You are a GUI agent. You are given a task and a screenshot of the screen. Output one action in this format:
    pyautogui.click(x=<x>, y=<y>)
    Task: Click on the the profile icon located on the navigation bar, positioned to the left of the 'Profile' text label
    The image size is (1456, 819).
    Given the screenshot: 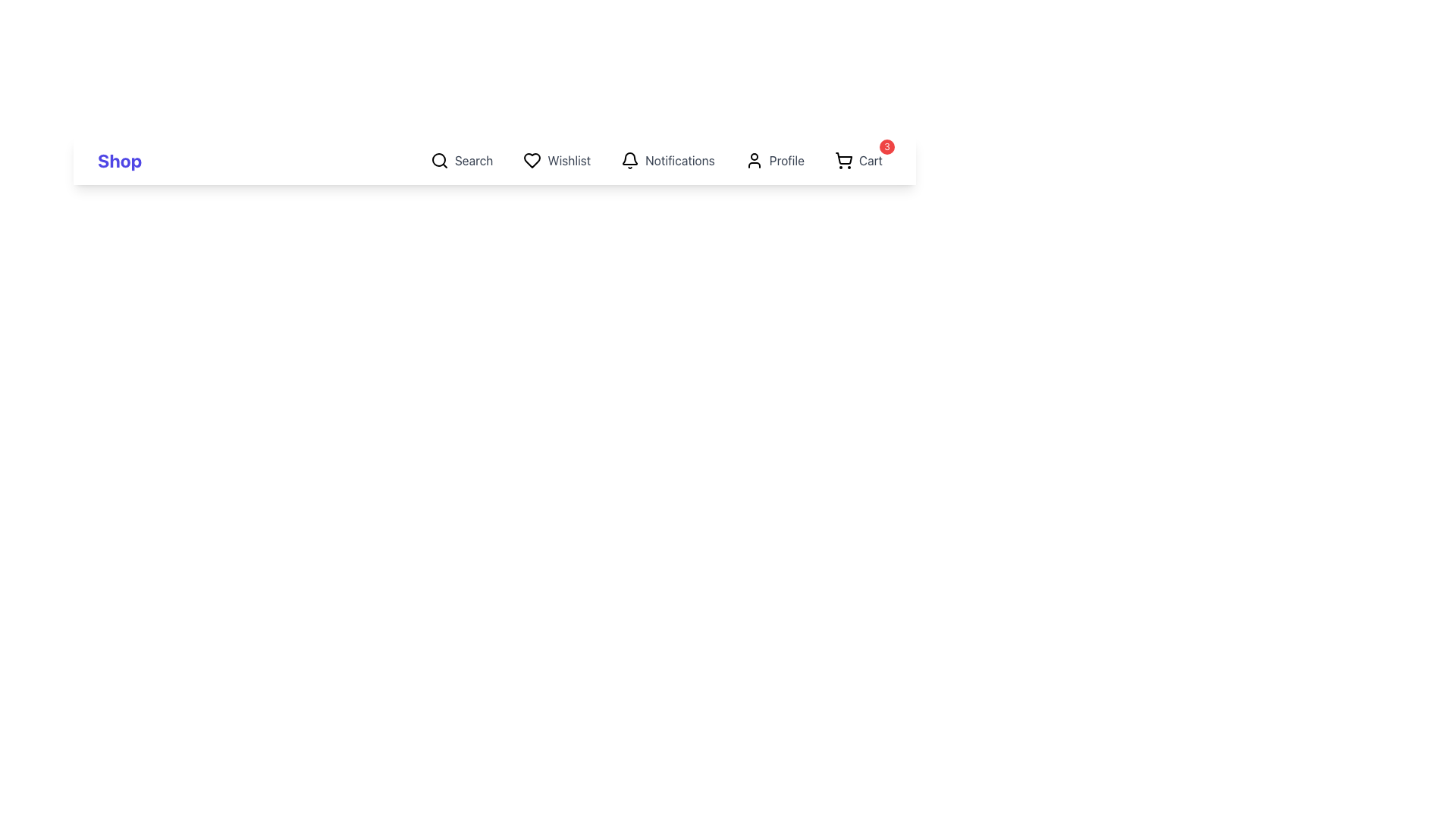 What is the action you would take?
    pyautogui.click(x=754, y=161)
    